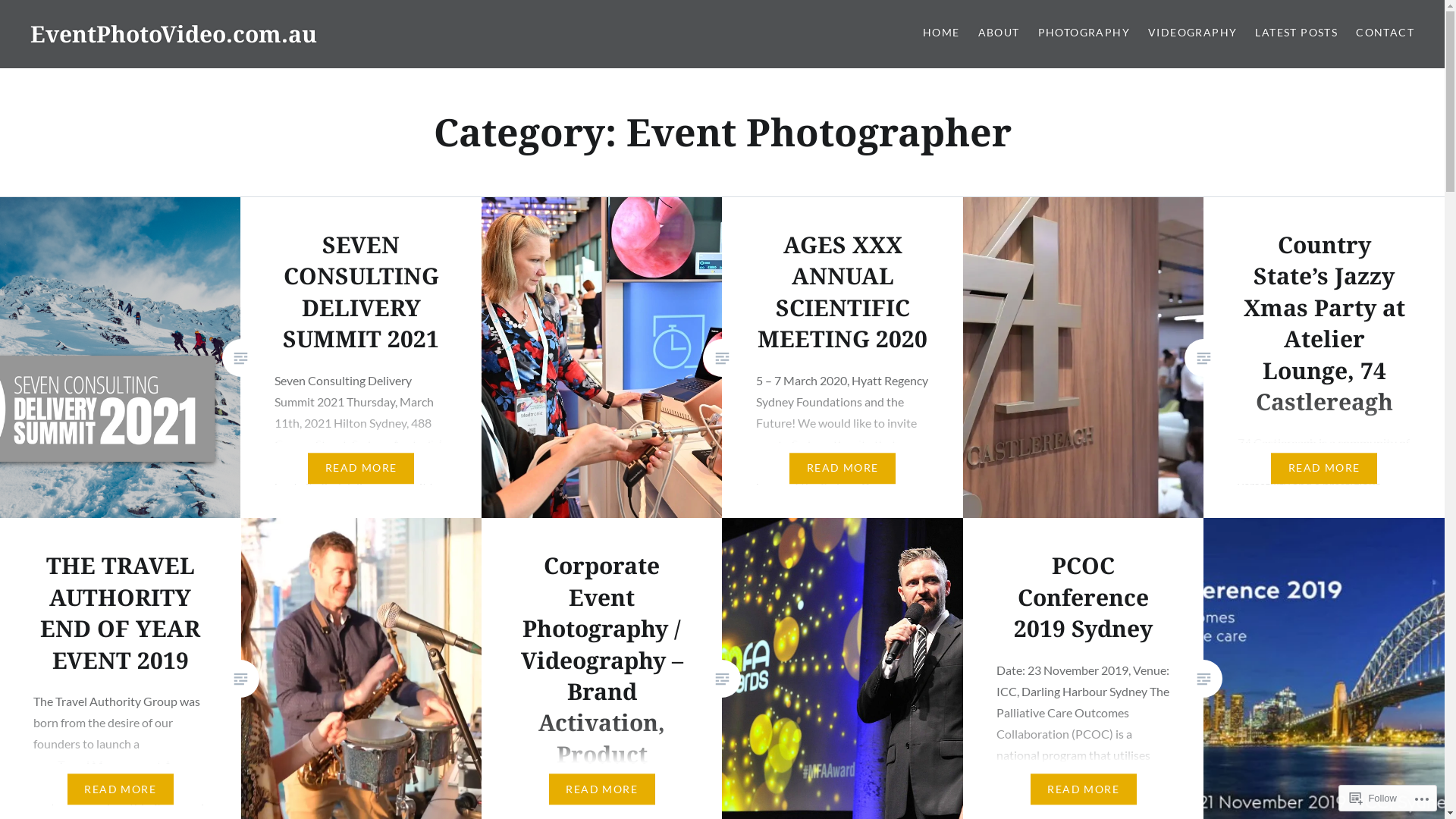 This screenshot has height=819, width=1456. I want to click on 'SEVEN CONSULTING DELIVERY SUMMIT 2021', so click(359, 291).